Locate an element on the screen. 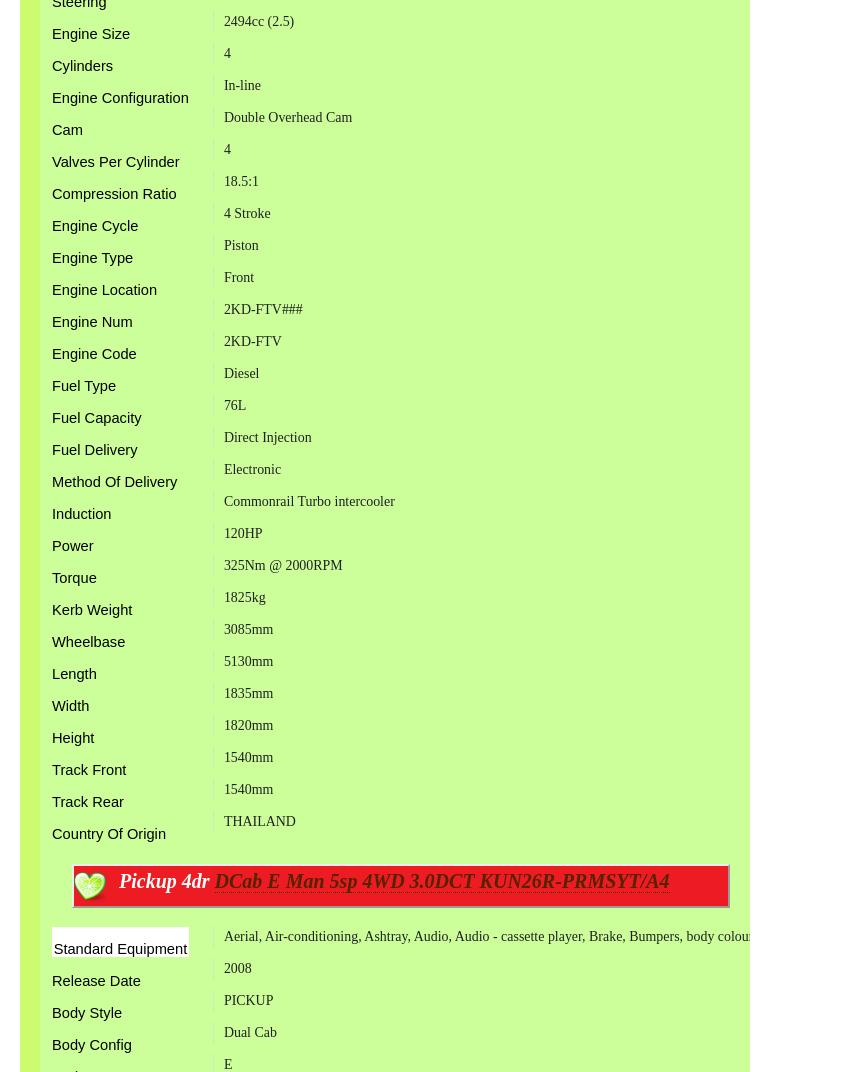  'Fuel Type' is located at coordinates (82, 386).